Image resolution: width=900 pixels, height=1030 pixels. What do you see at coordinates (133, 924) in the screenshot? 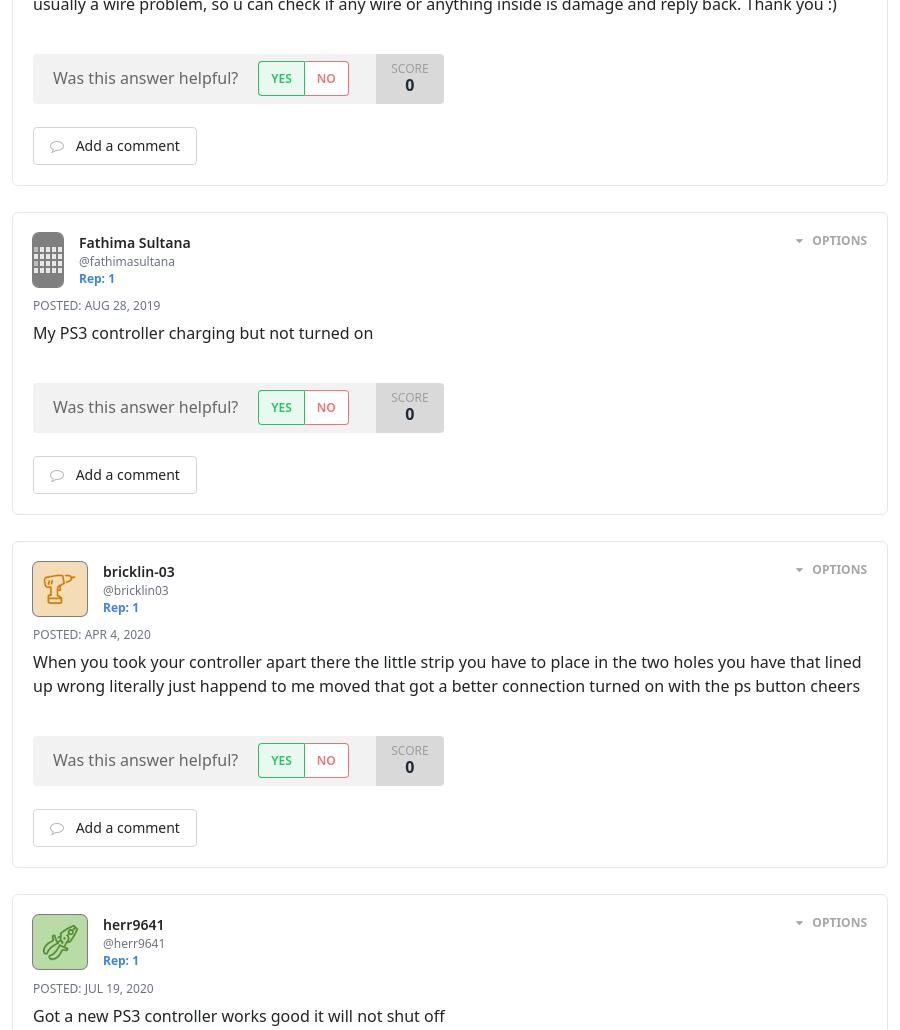
I see `'herr9641'` at bounding box center [133, 924].